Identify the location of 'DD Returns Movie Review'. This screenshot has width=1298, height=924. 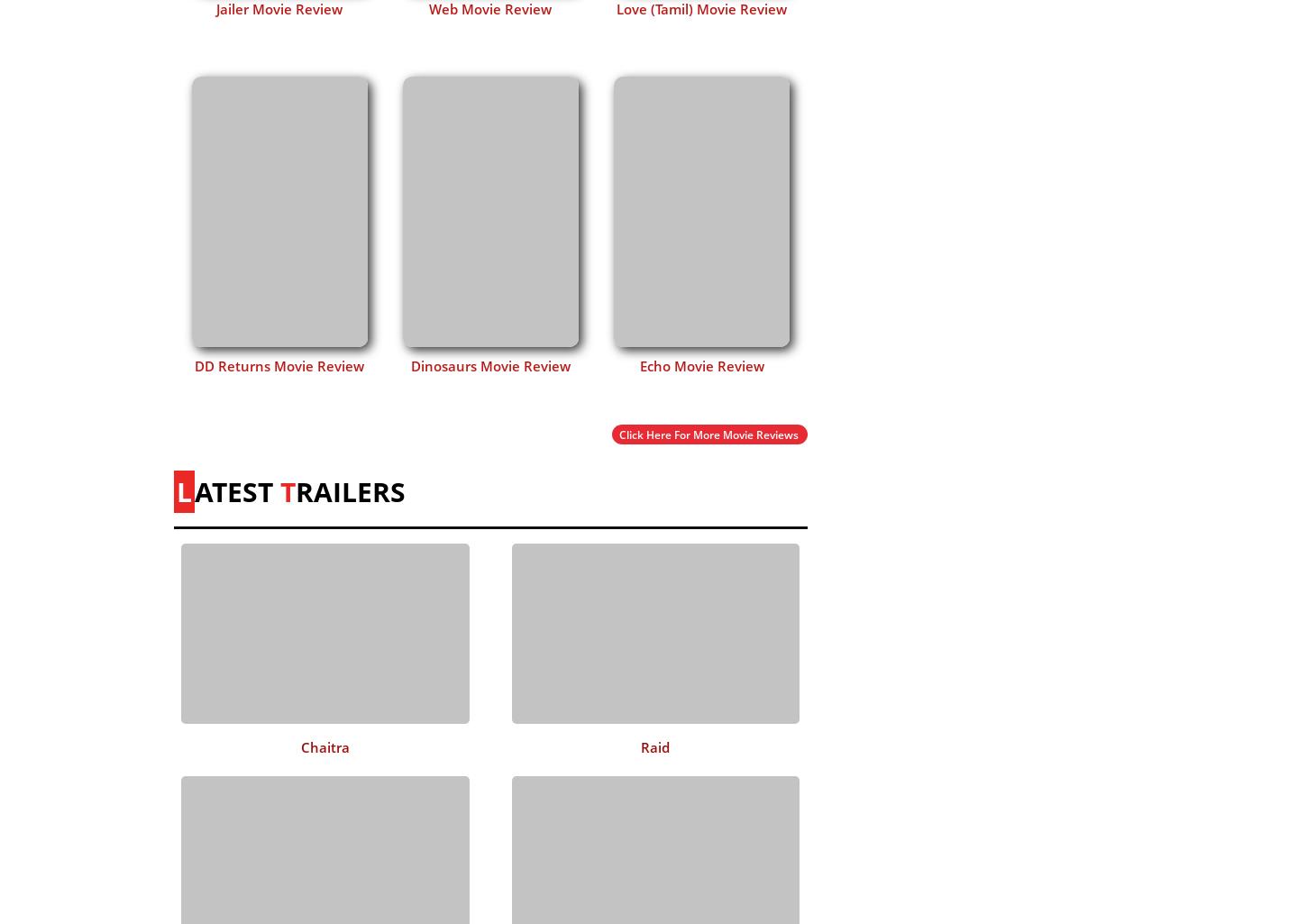
(195, 364).